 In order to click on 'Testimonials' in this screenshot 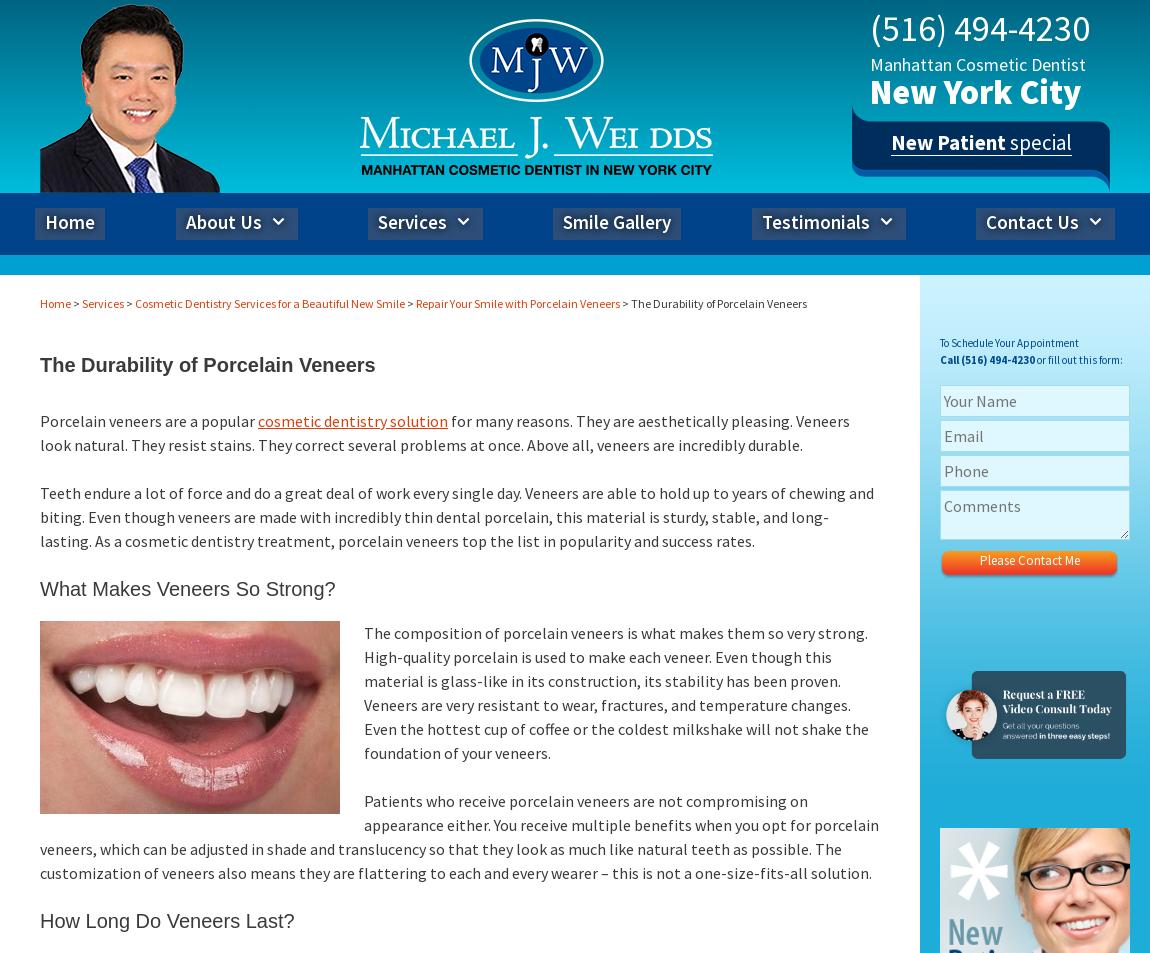, I will do `click(815, 220)`.